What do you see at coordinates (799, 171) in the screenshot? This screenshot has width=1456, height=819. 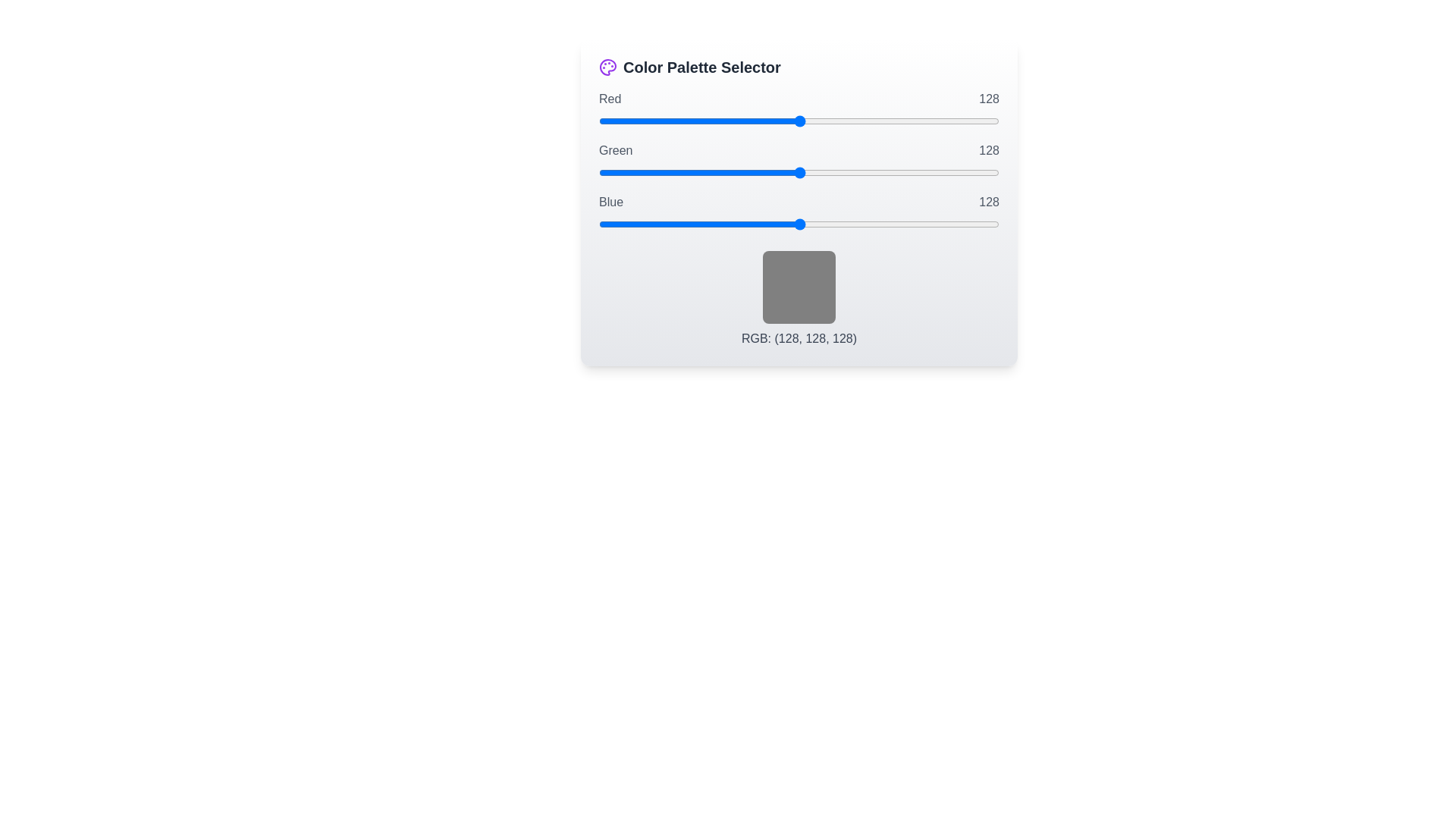 I see `the 1 slider to 163 to observe the color preview box update` at bounding box center [799, 171].